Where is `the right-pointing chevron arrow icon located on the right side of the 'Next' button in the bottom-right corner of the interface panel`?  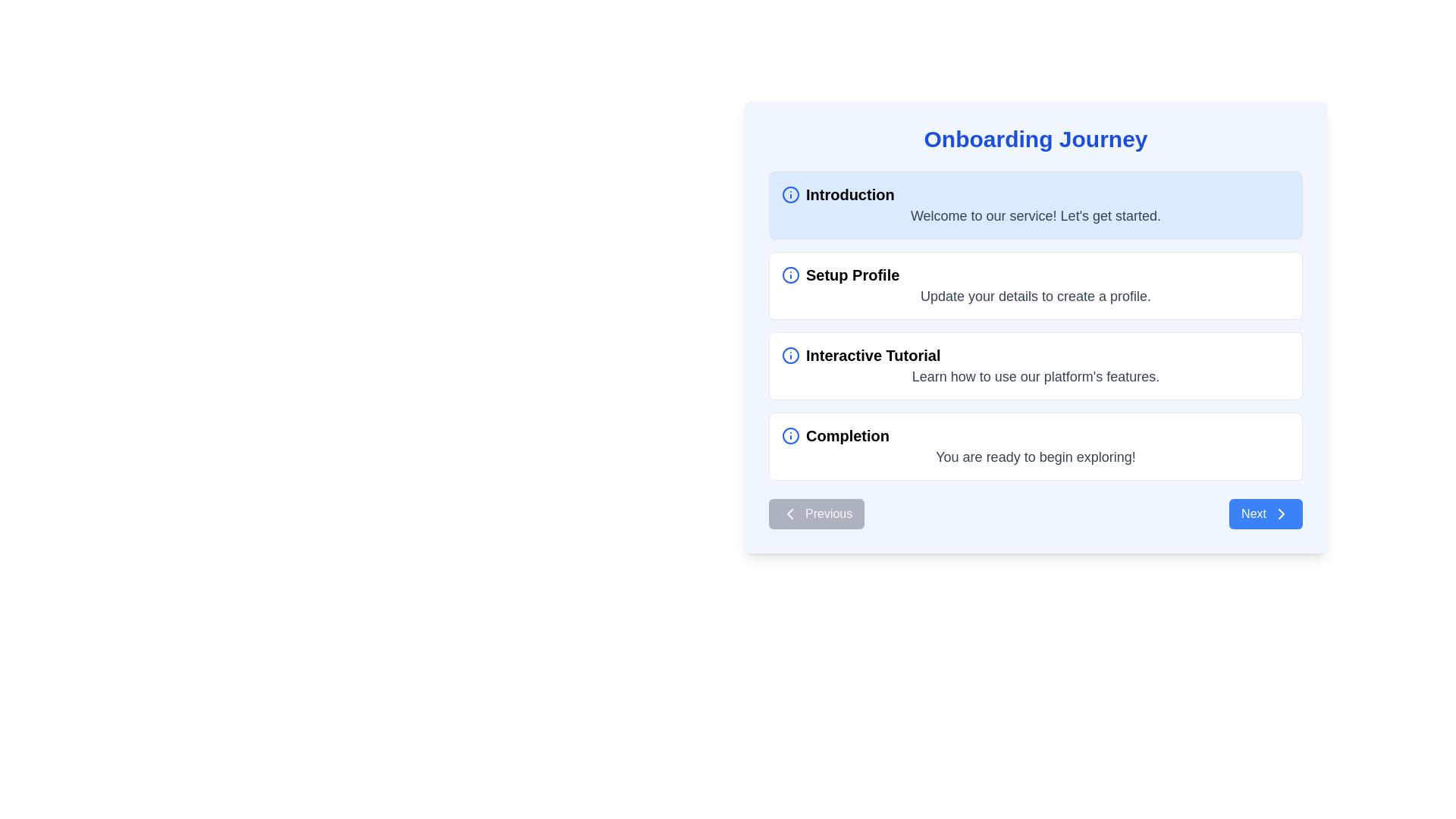
the right-pointing chevron arrow icon located on the right side of the 'Next' button in the bottom-right corner of the interface panel is located at coordinates (1280, 513).